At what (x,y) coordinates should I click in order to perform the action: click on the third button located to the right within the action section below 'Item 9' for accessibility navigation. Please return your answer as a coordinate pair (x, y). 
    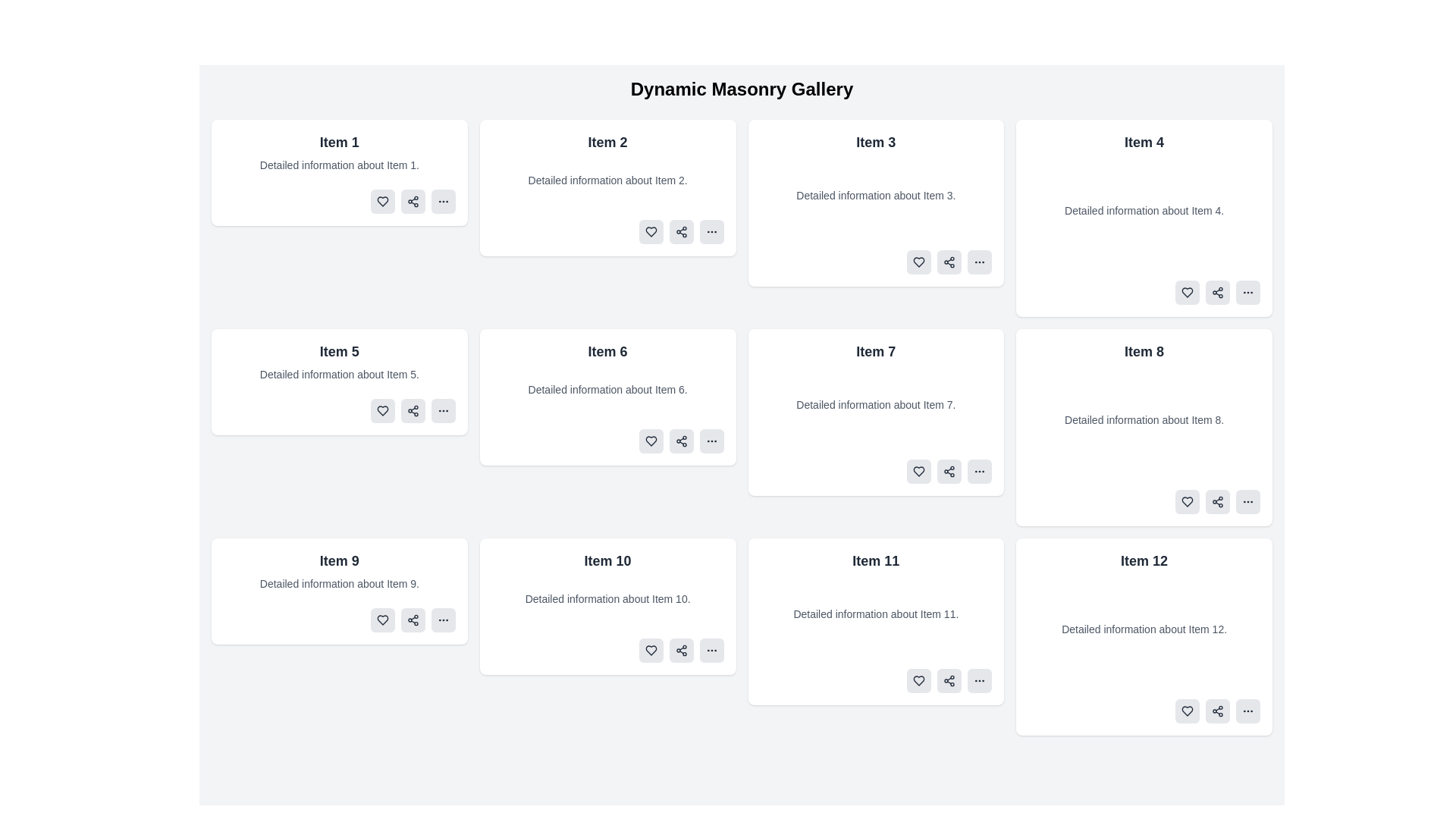
    Looking at the image, I should click on (442, 620).